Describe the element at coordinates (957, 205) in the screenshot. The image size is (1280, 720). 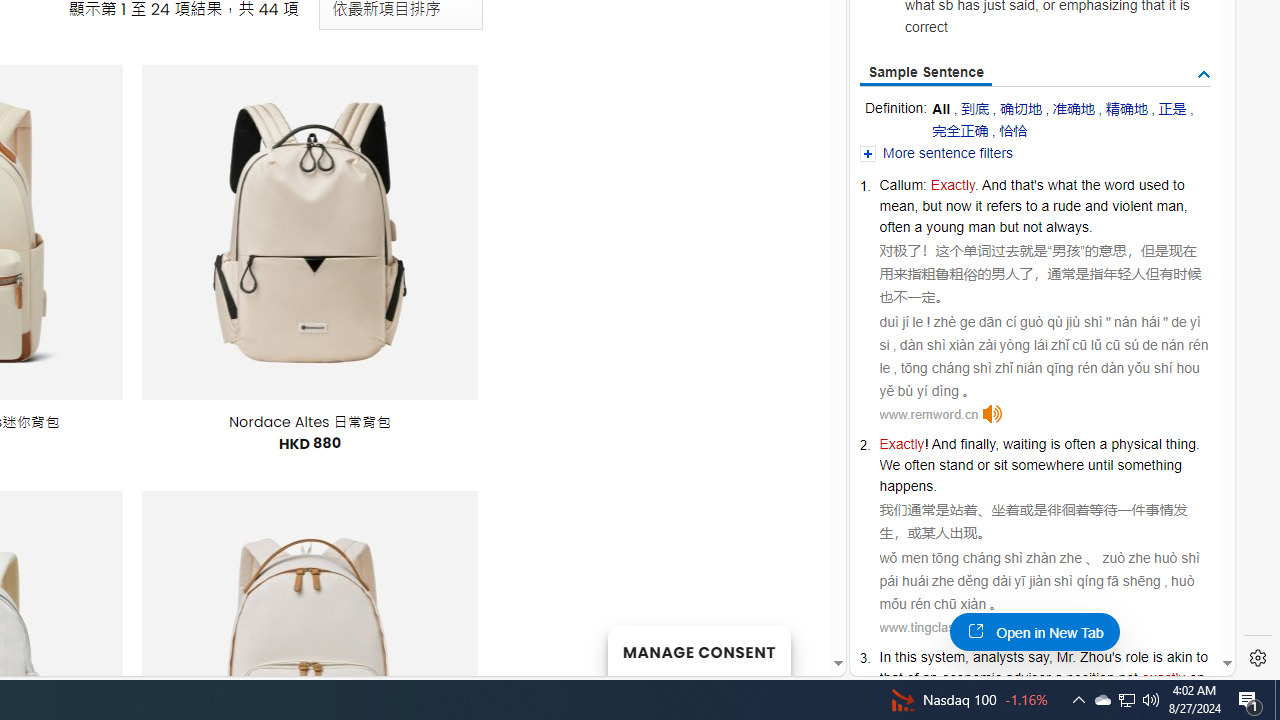
I see `'now'` at that location.